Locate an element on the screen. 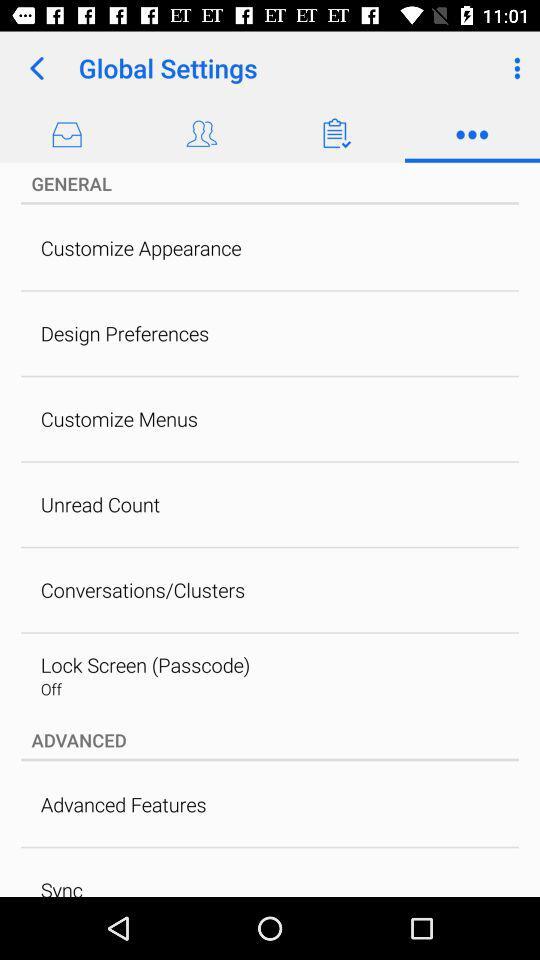 The image size is (540, 960). the advanced features item is located at coordinates (123, 804).